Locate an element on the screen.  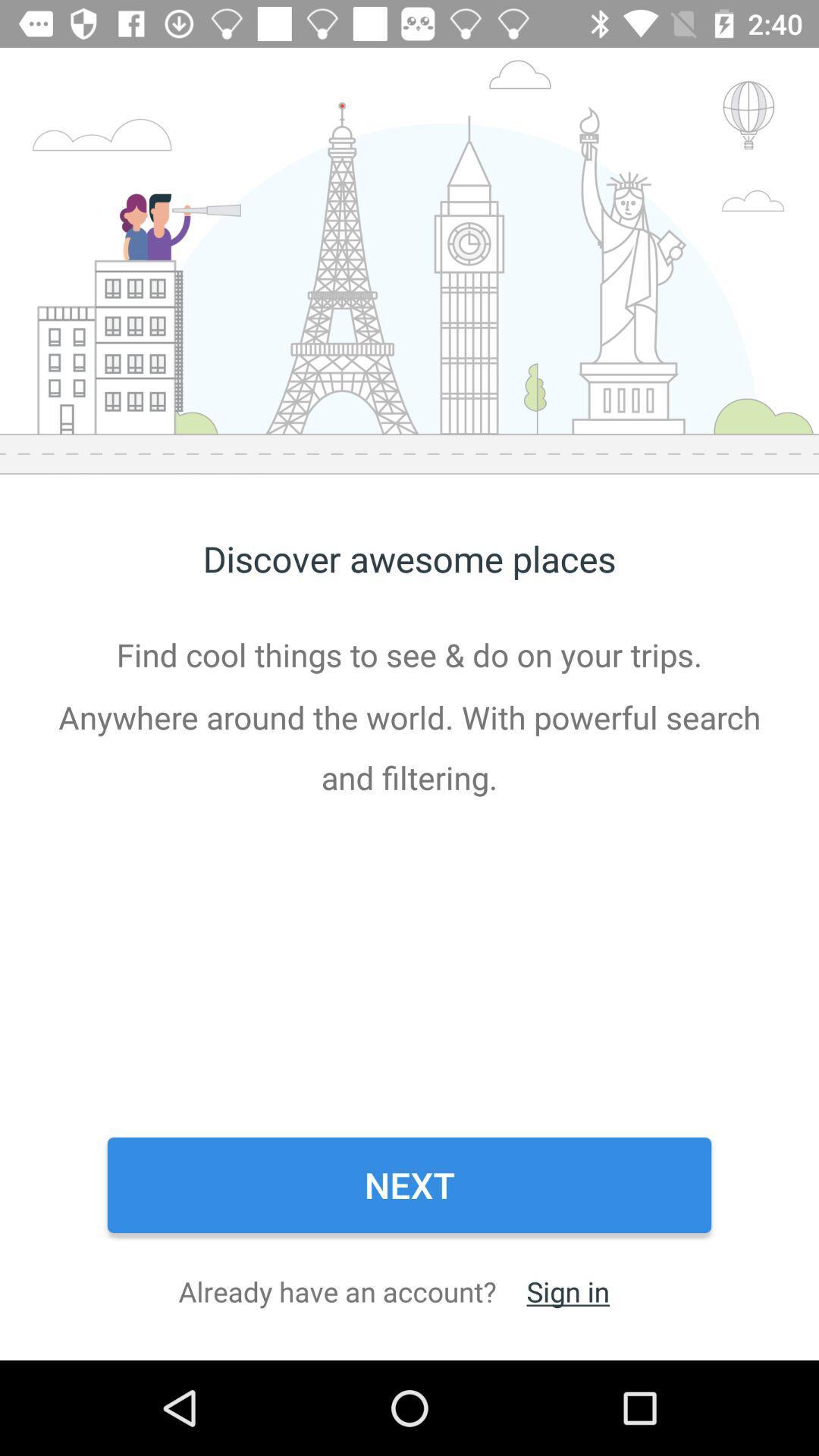
the item above the already have an is located at coordinates (409, 1185).